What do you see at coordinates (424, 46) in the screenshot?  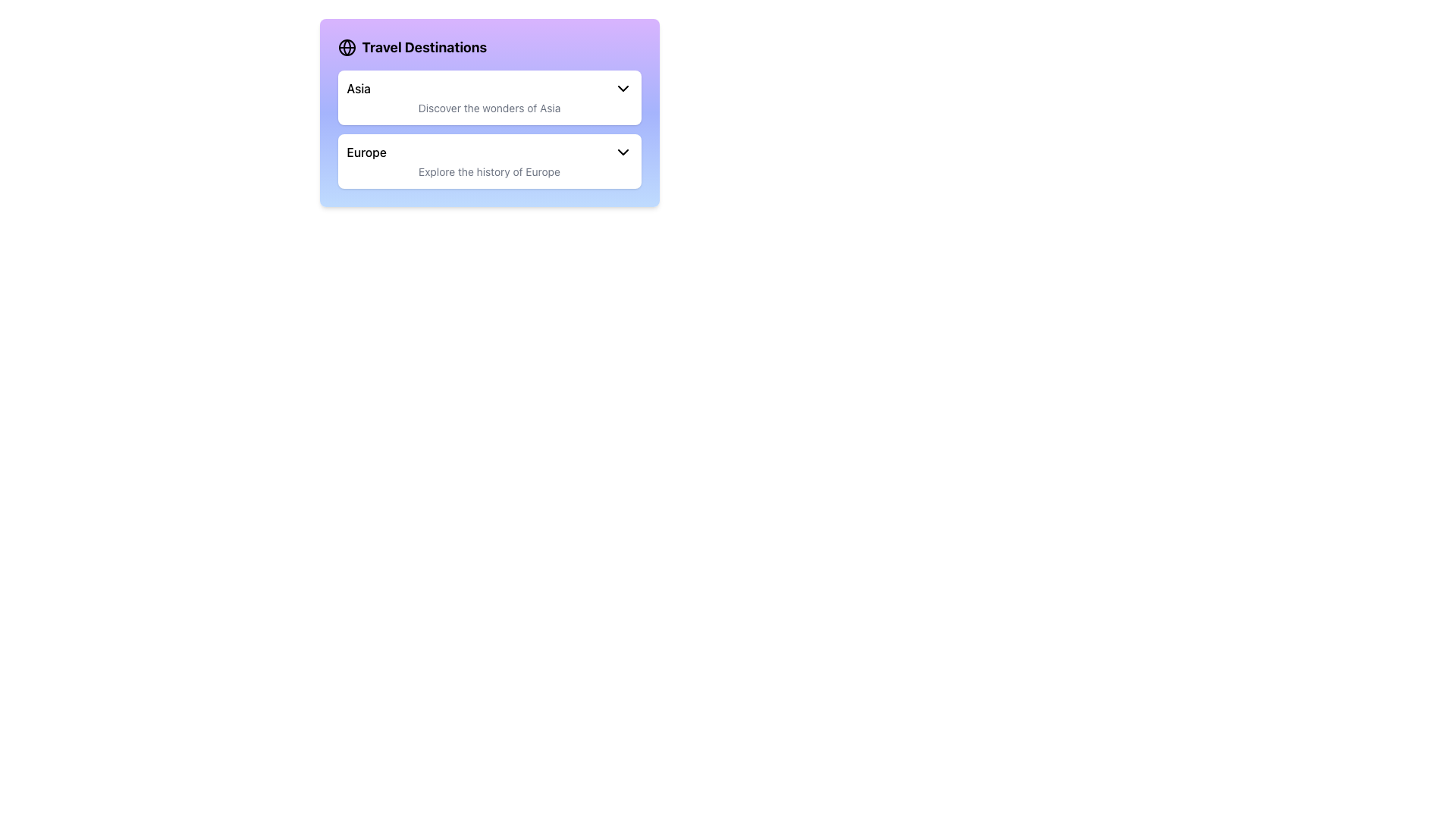 I see `the text label that serves as a title or heading, located near the top margin of a purple-gradient panel, positioned to the right of a globe icon` at bounding box center [424, 46].